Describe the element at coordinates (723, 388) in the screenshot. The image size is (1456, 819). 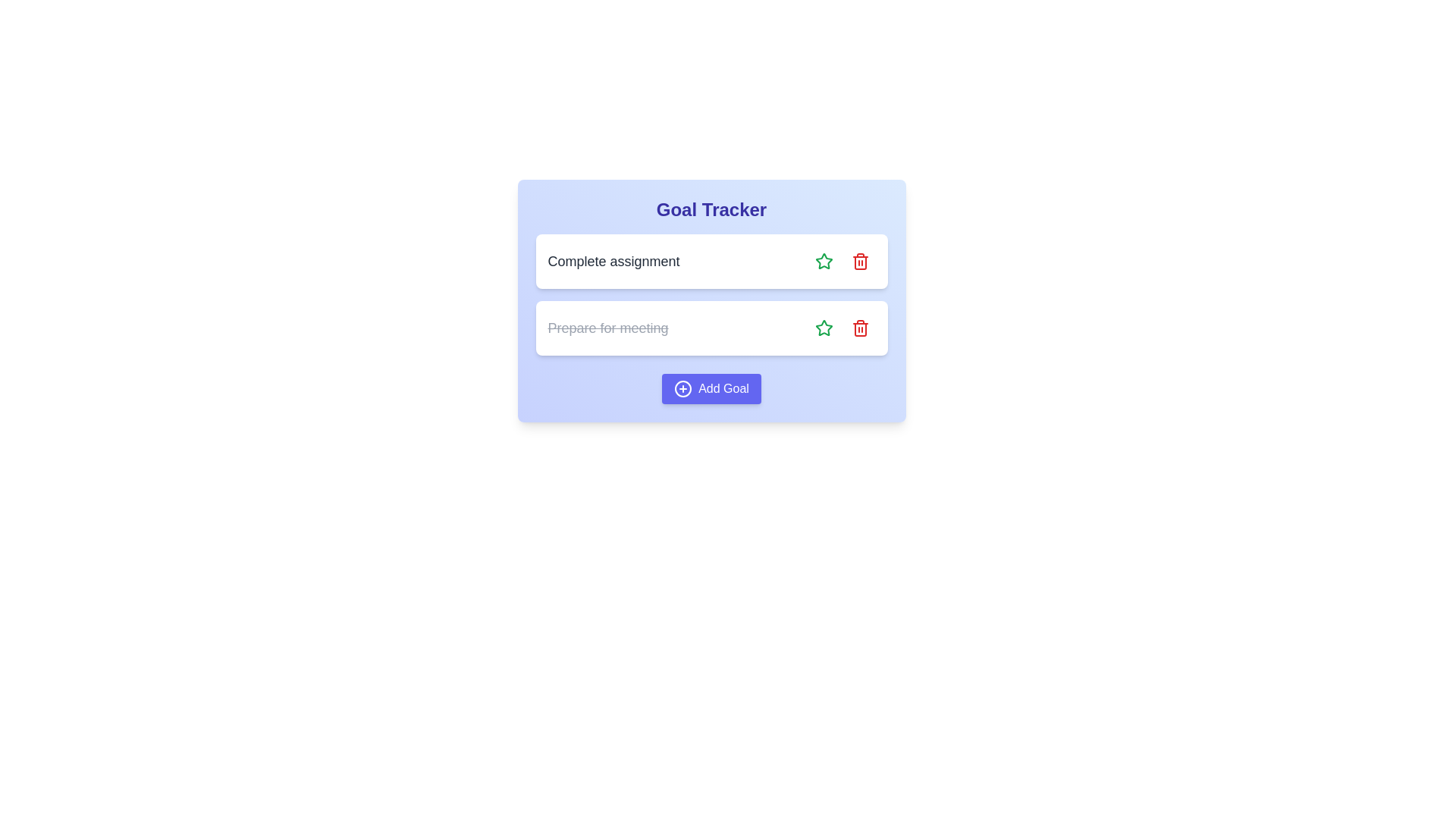
I see `'Add Goal' label which is part of a button with a purple background and white text, located in the centered 'Goal Tracker' interface` at that location.